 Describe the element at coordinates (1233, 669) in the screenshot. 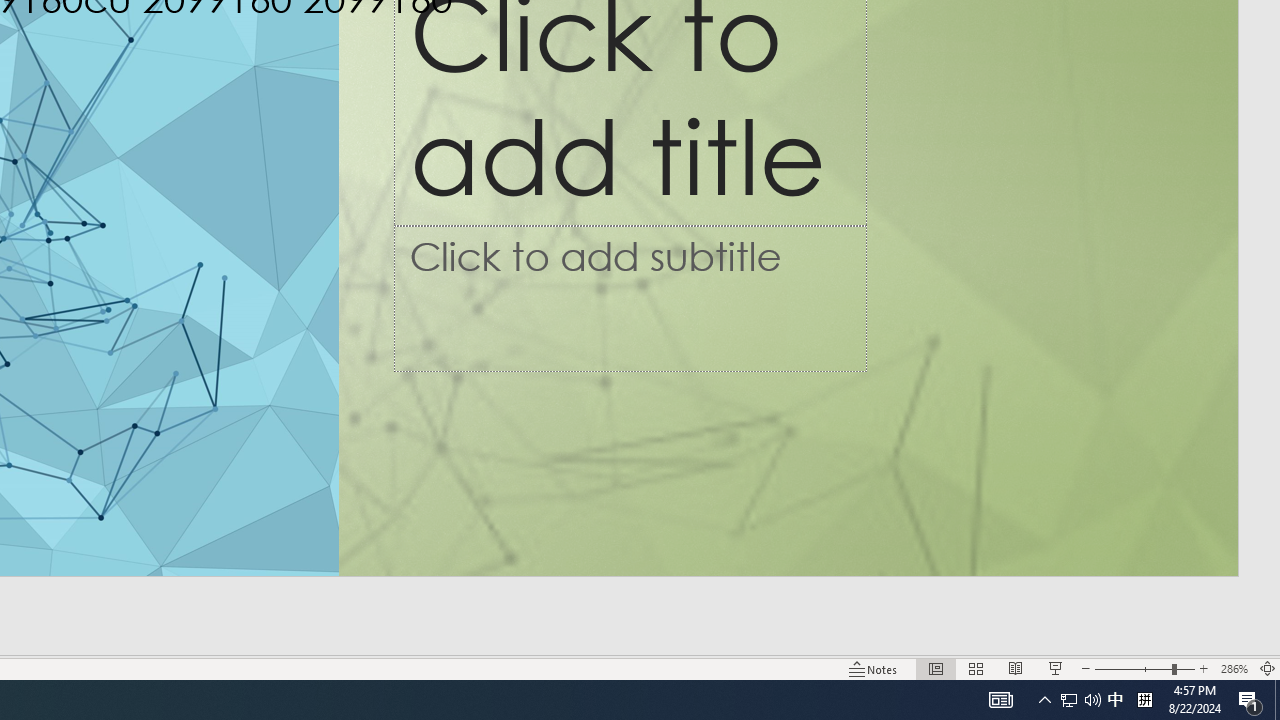

I see `'Zoom 286%'` at that location.